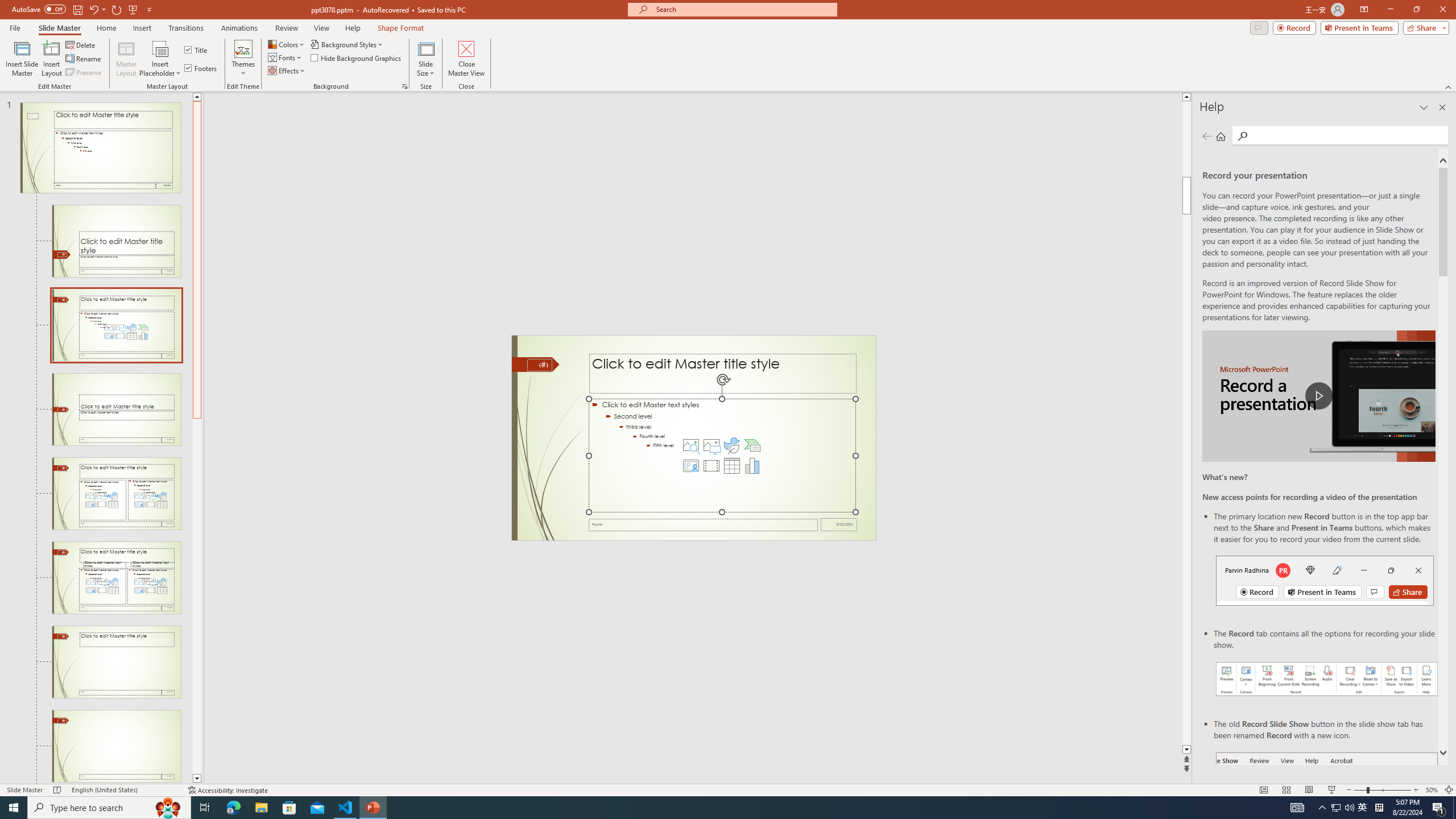  Describe the element at coordinates (690, 466) in the screenshot. I see `'Insert Cameo'` at that location.